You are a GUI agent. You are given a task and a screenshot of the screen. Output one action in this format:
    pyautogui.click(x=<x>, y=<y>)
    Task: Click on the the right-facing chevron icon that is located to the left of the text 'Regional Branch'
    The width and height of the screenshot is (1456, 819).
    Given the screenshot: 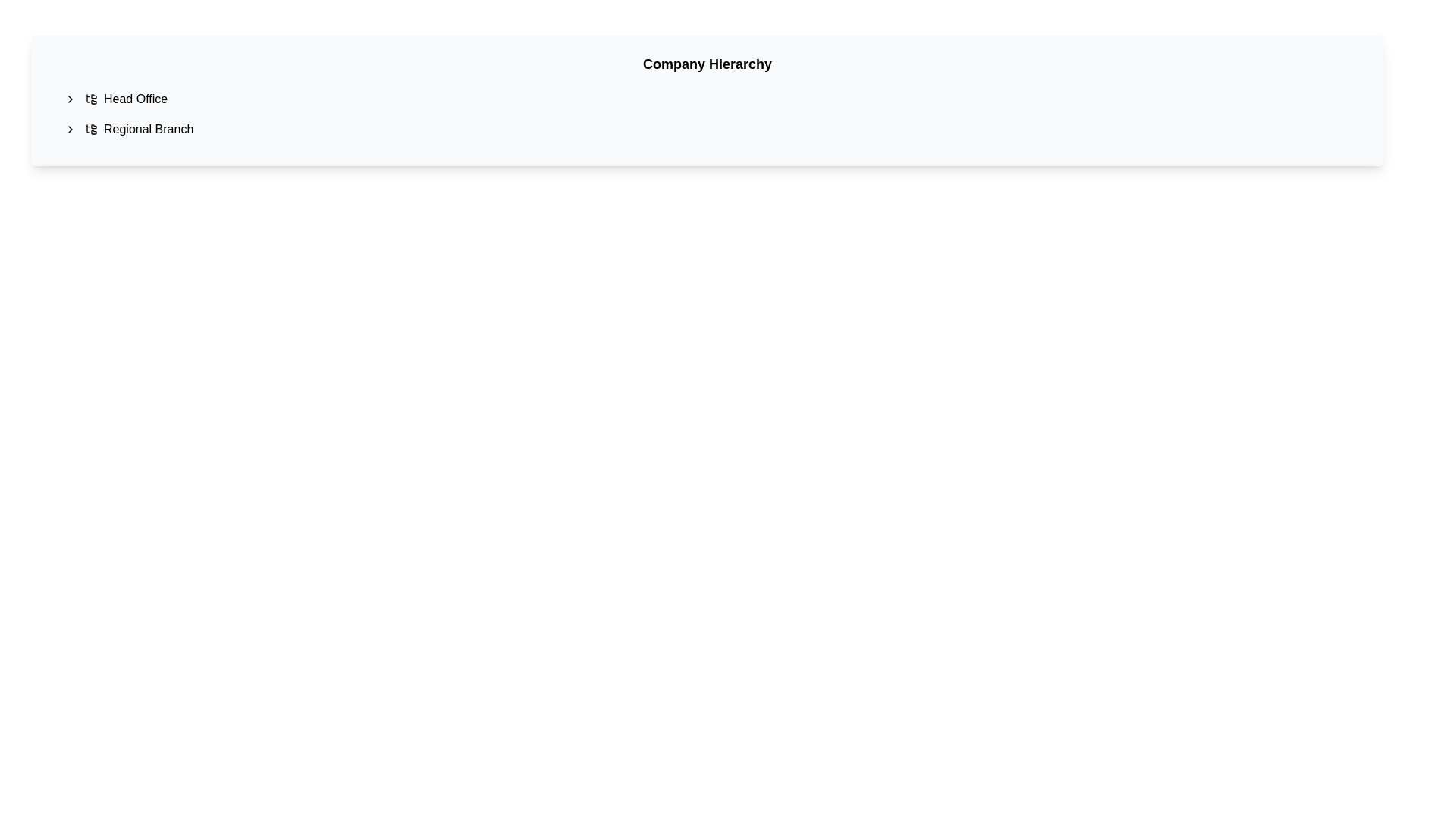 What is the action you would take?
    pyautogui.click(x=69, y=99)
    